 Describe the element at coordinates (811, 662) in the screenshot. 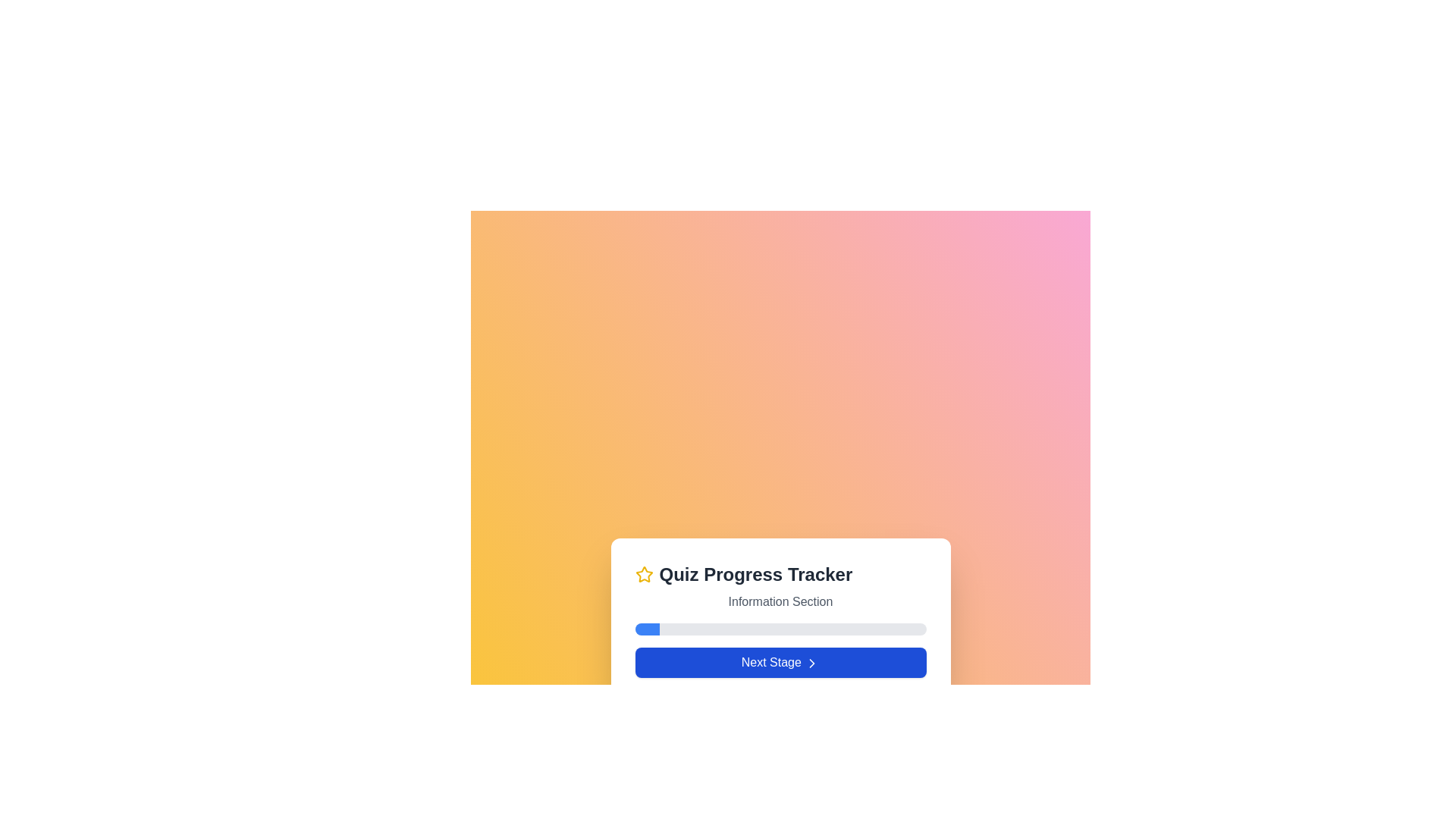

I see `the right-pointing chevron icon located at the far right of the 'Next Stage' button, which is characterized by a minimalist design with a black stroke forming an arrow shape` at that location.